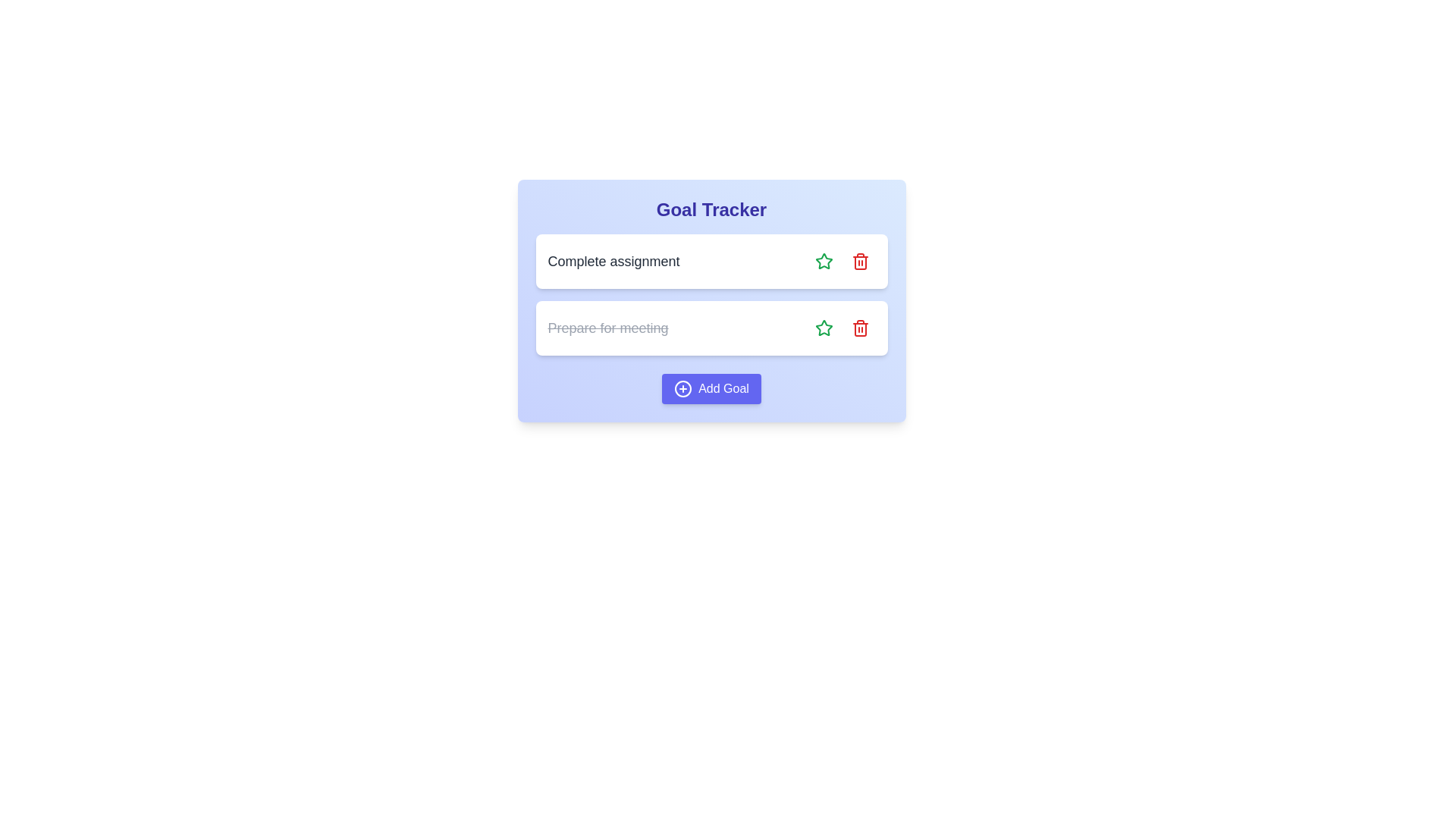  I want to click on the green star icon button located in the second task row of the 'Goal Tracker' interface, adjacent to the delete icon, so click(823, 260).